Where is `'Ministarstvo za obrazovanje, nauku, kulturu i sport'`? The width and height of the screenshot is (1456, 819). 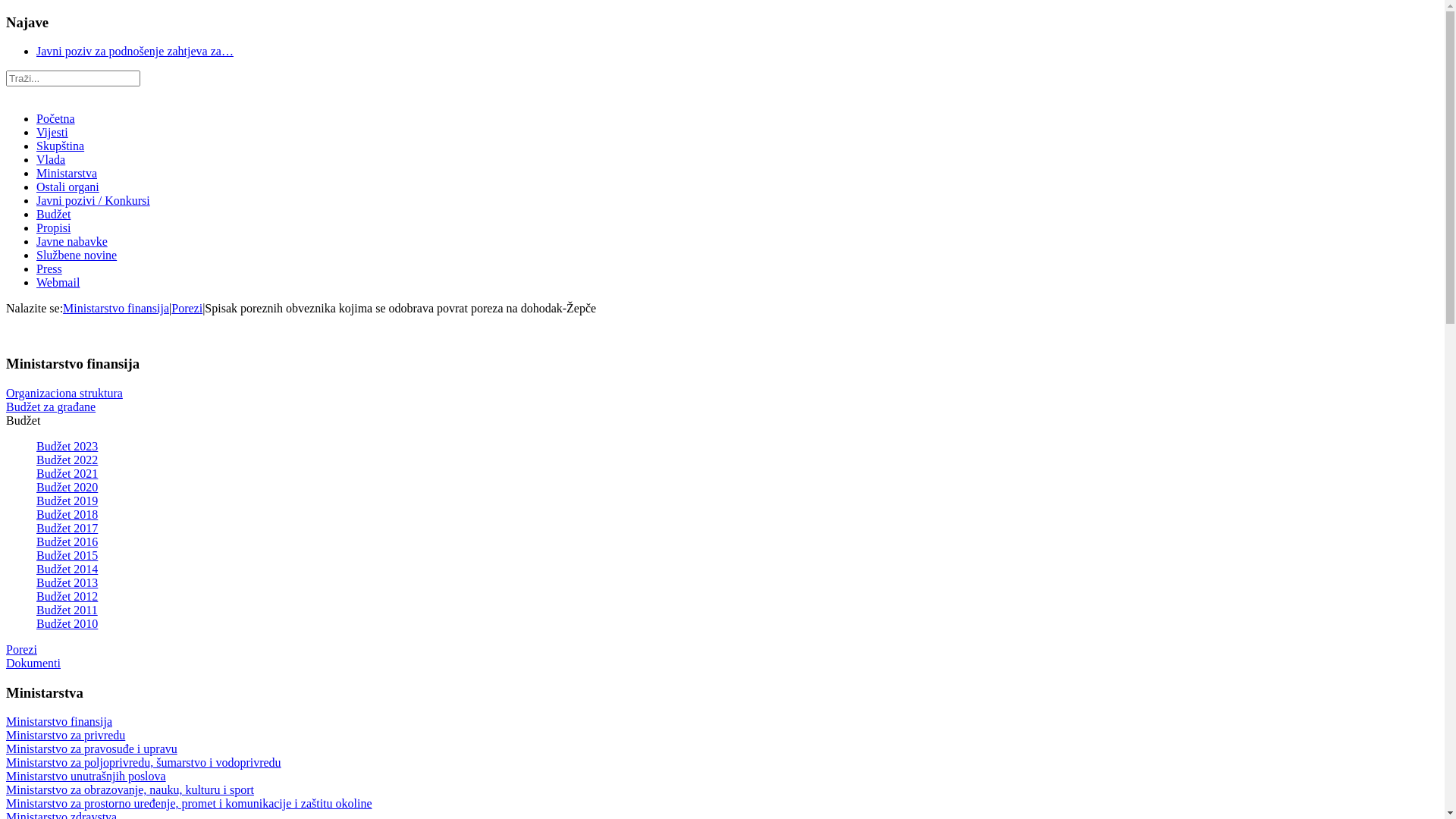
'Ministarstvo za obrazovanje, nauku, kulturu i sport' is located at coordinates (130, 789).